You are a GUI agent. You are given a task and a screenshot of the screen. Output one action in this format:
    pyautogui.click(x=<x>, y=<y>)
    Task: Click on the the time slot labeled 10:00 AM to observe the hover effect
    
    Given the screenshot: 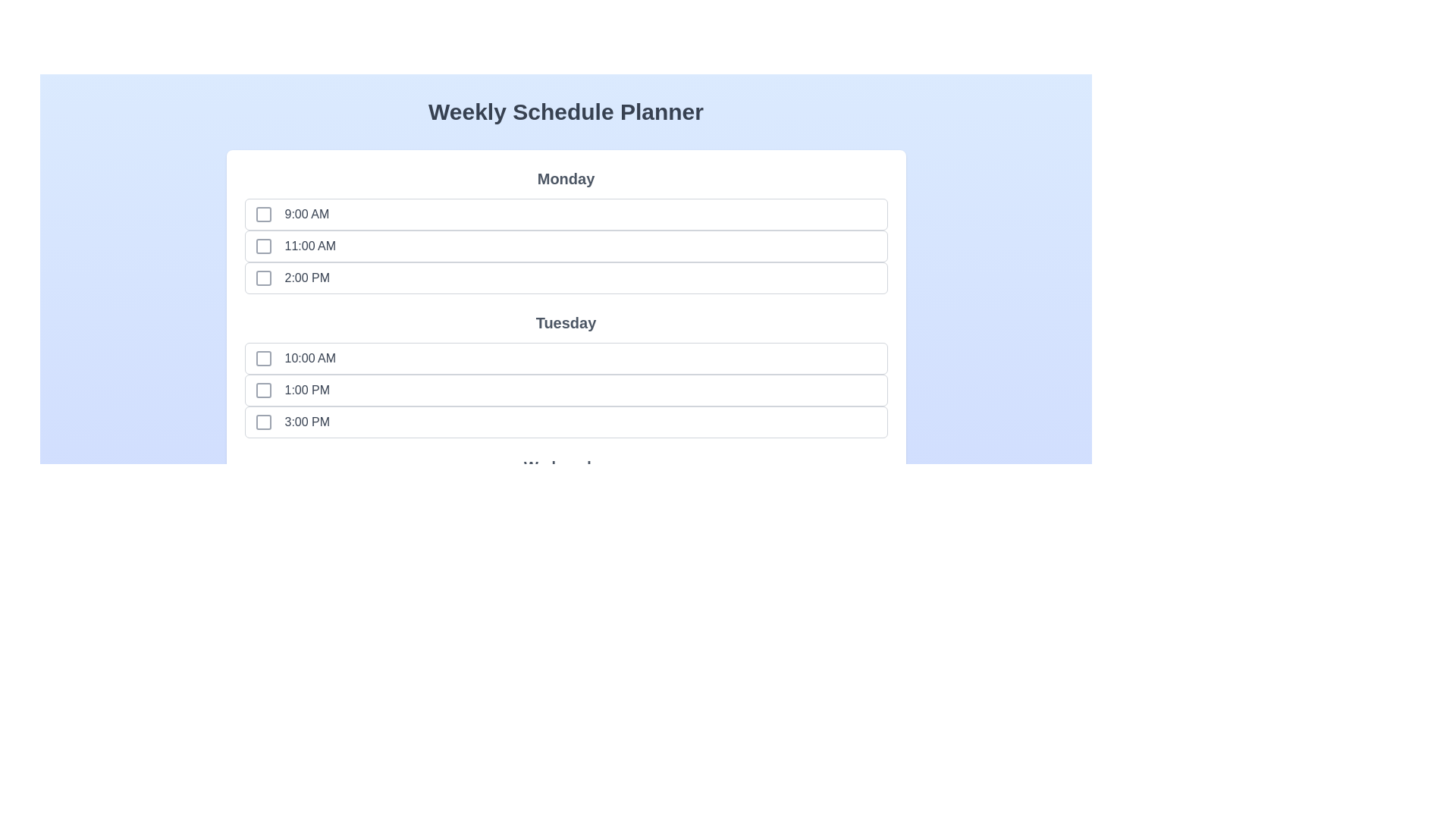 What is the action you would take?
    pyautogui.click(x=284, y=359)
    